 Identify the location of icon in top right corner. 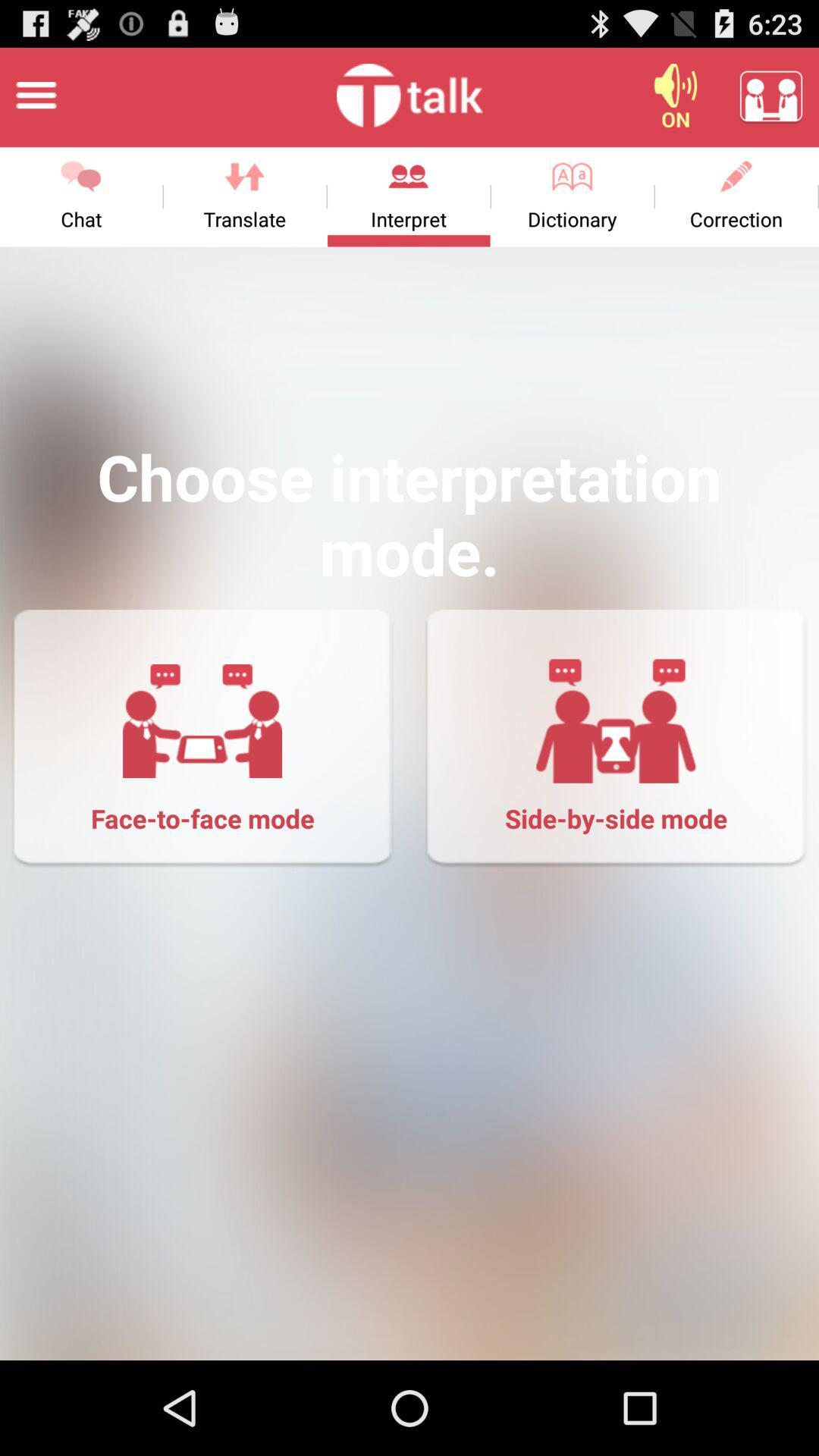
(771, 94).